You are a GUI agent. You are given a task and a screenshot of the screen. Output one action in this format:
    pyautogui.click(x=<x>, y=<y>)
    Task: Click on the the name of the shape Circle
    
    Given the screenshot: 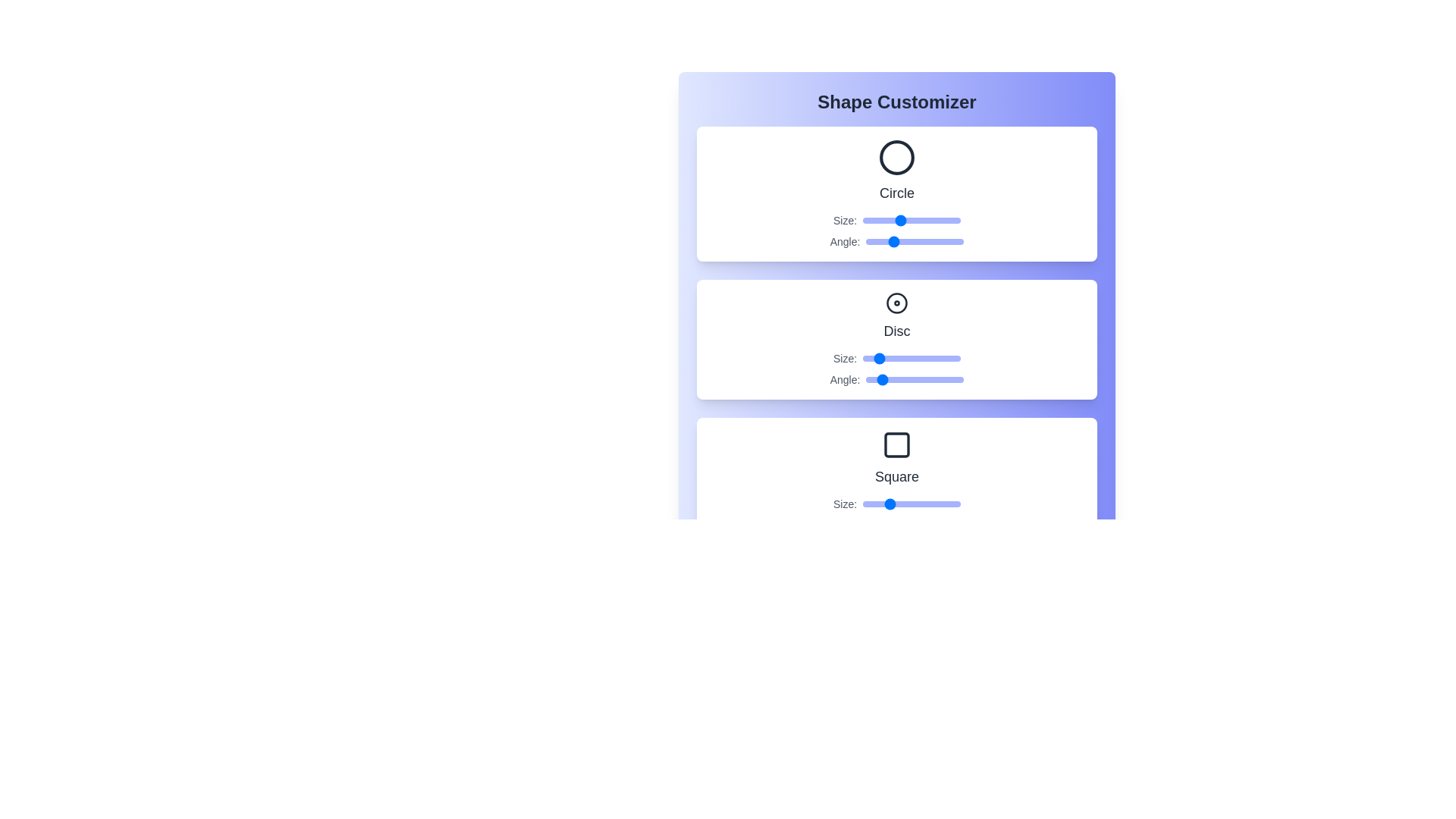 What is the action you would take?
    pyautogui.click(x=896, y=192)
    